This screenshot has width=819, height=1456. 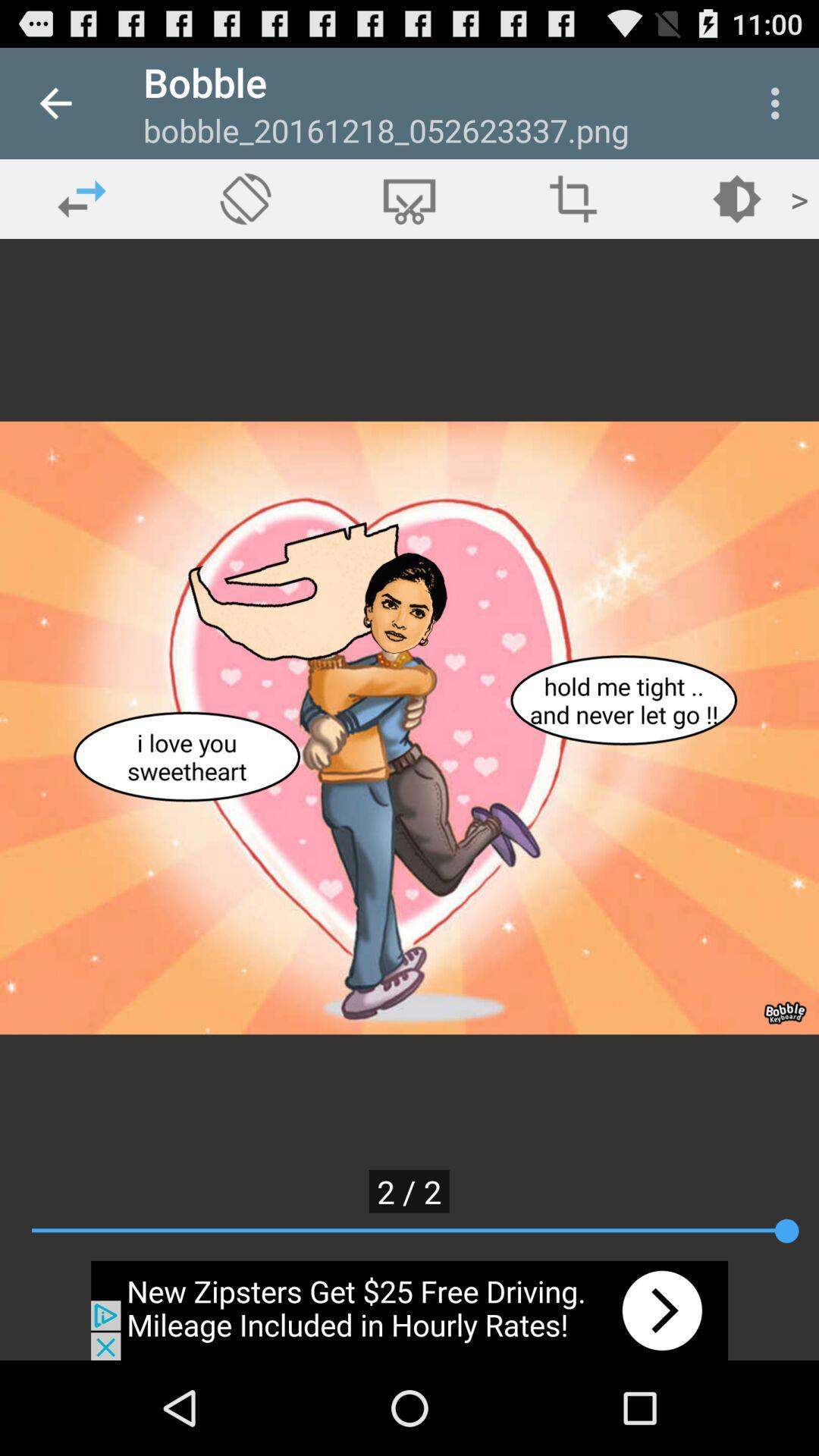 I want to click on open advertisement, so click(x=409, y=1310).